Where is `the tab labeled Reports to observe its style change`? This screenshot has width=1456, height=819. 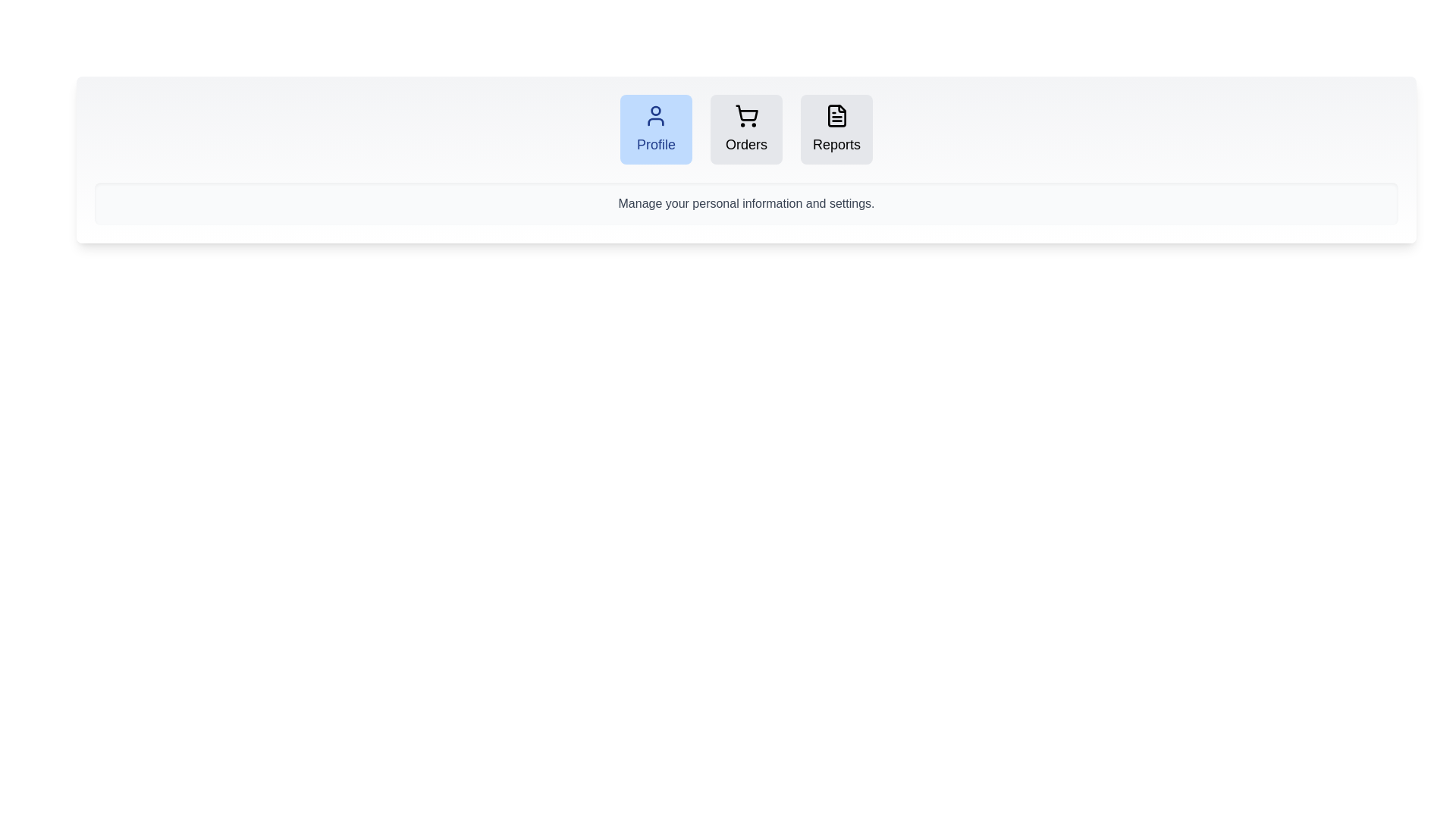 the tab labeled Reports to observe its style change is located at coordinates (836, 128).